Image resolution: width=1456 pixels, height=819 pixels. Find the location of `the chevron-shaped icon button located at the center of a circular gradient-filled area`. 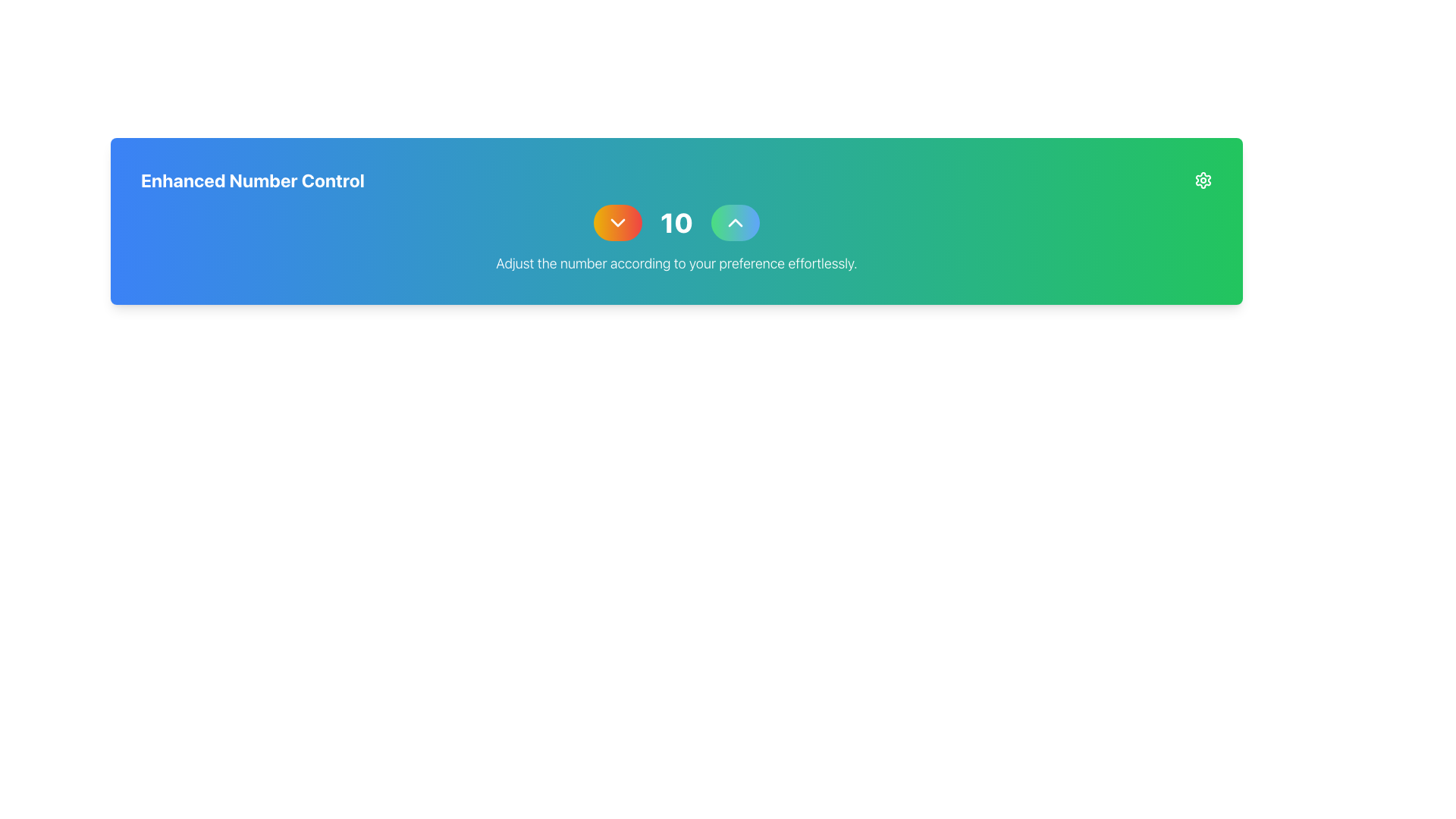

the chevron-shaped icon button located at the center of a circular gradient-filled area is located at coordinates (618, 222).